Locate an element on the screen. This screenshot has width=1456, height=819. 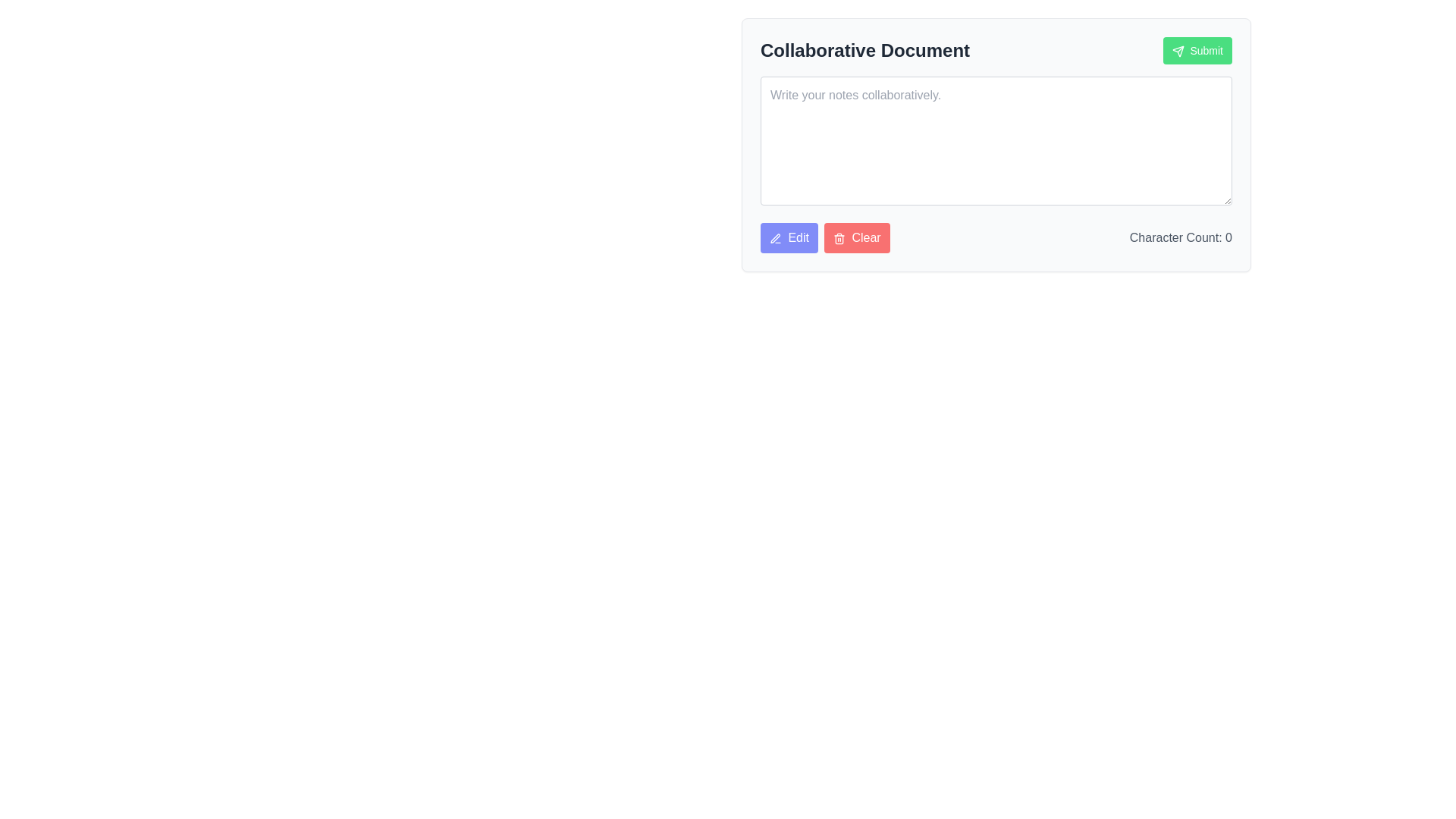
the text label displaying 'Character Count: 0', located to the bottom-right of the document interface, near the 'Edit' and 'Clear' buttons is located at coordinates (1180, 237).